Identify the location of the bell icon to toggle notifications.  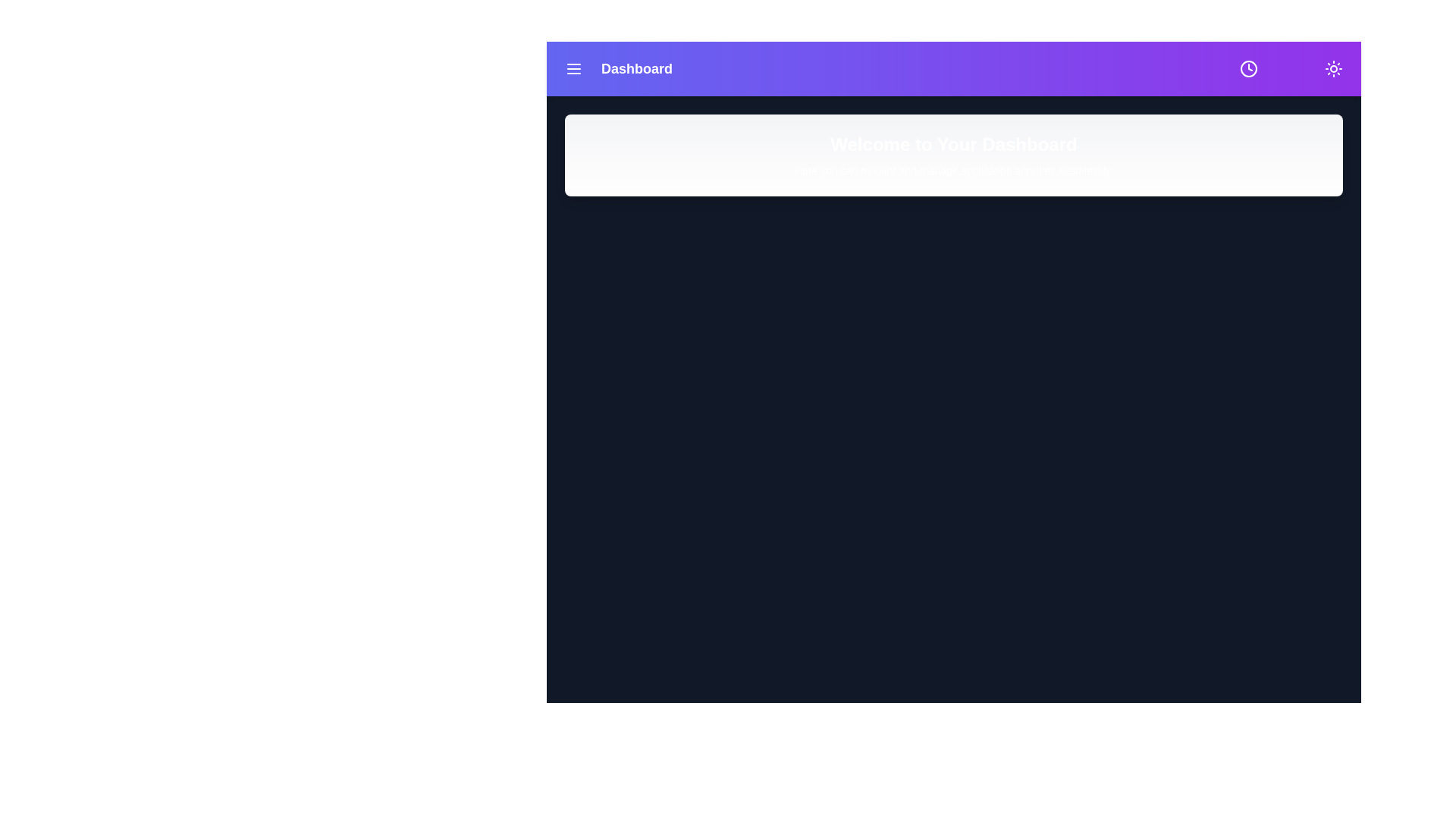
(1291, 69).